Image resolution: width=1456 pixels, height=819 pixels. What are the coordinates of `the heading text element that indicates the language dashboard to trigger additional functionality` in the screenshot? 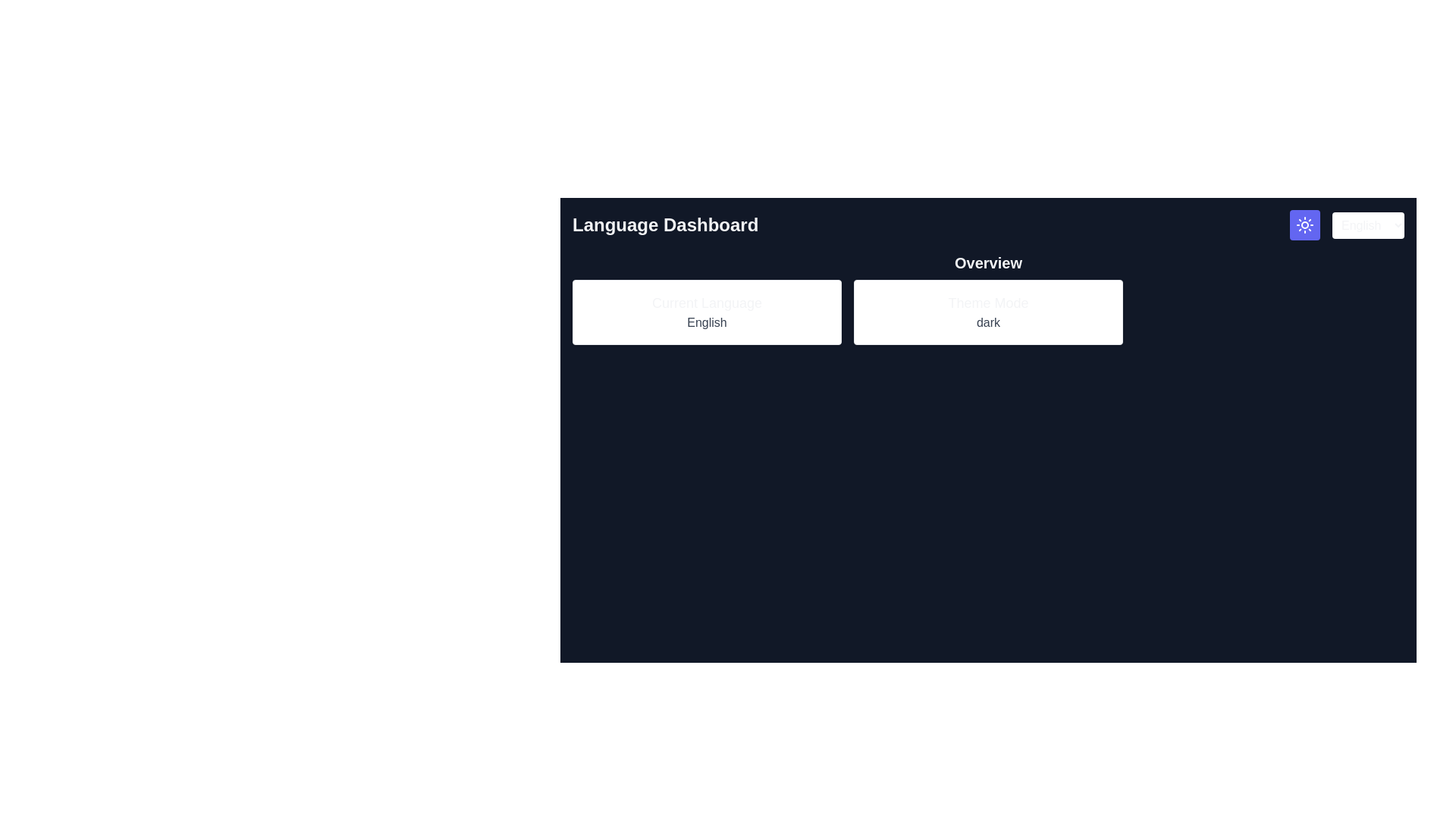 It's located at (665, 225).